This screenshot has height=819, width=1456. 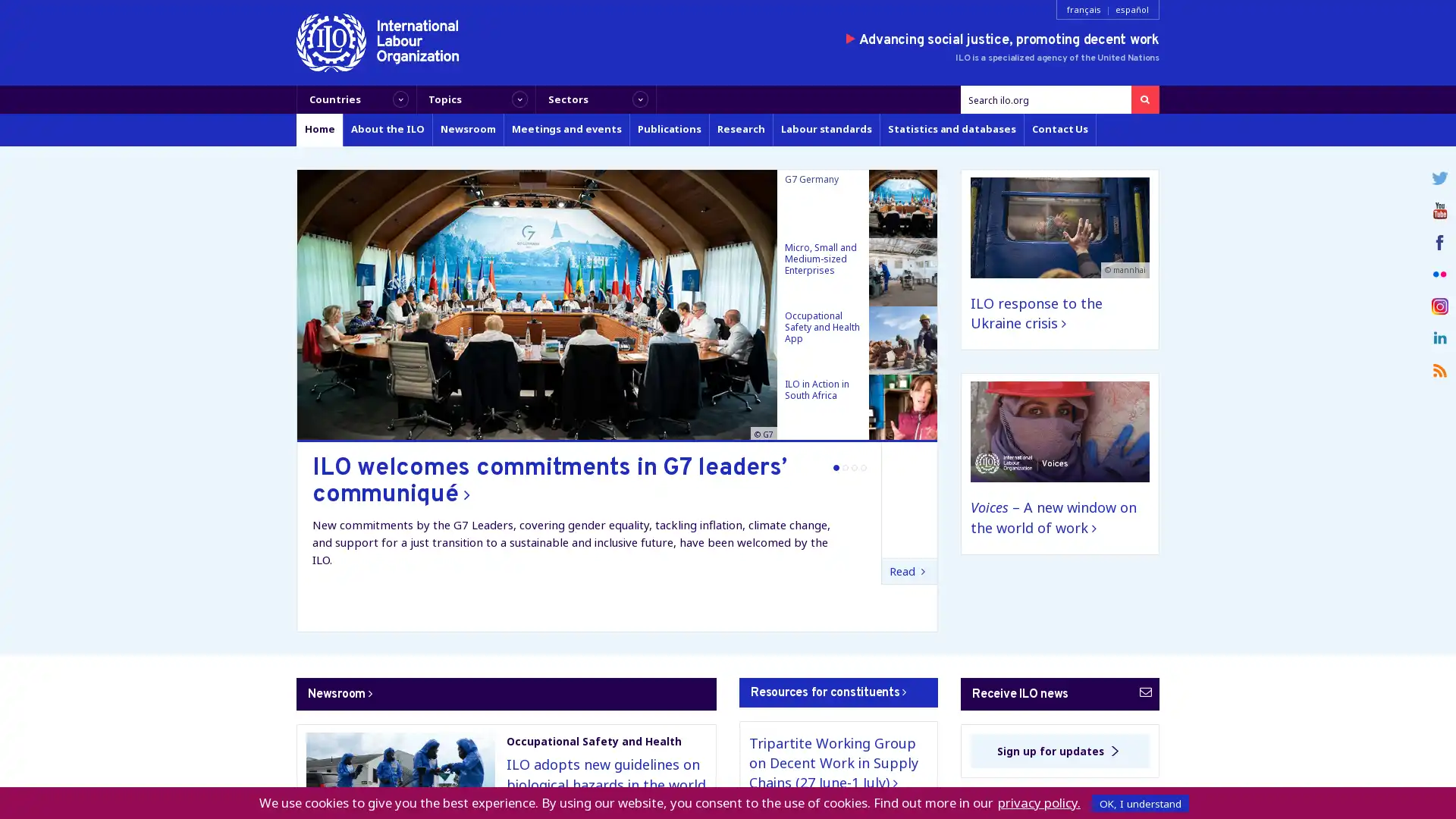 What do you see at coordinates (1059, 751) in the screenshot?
I see `Sign up for updates` at bounding box center [1059, 751].